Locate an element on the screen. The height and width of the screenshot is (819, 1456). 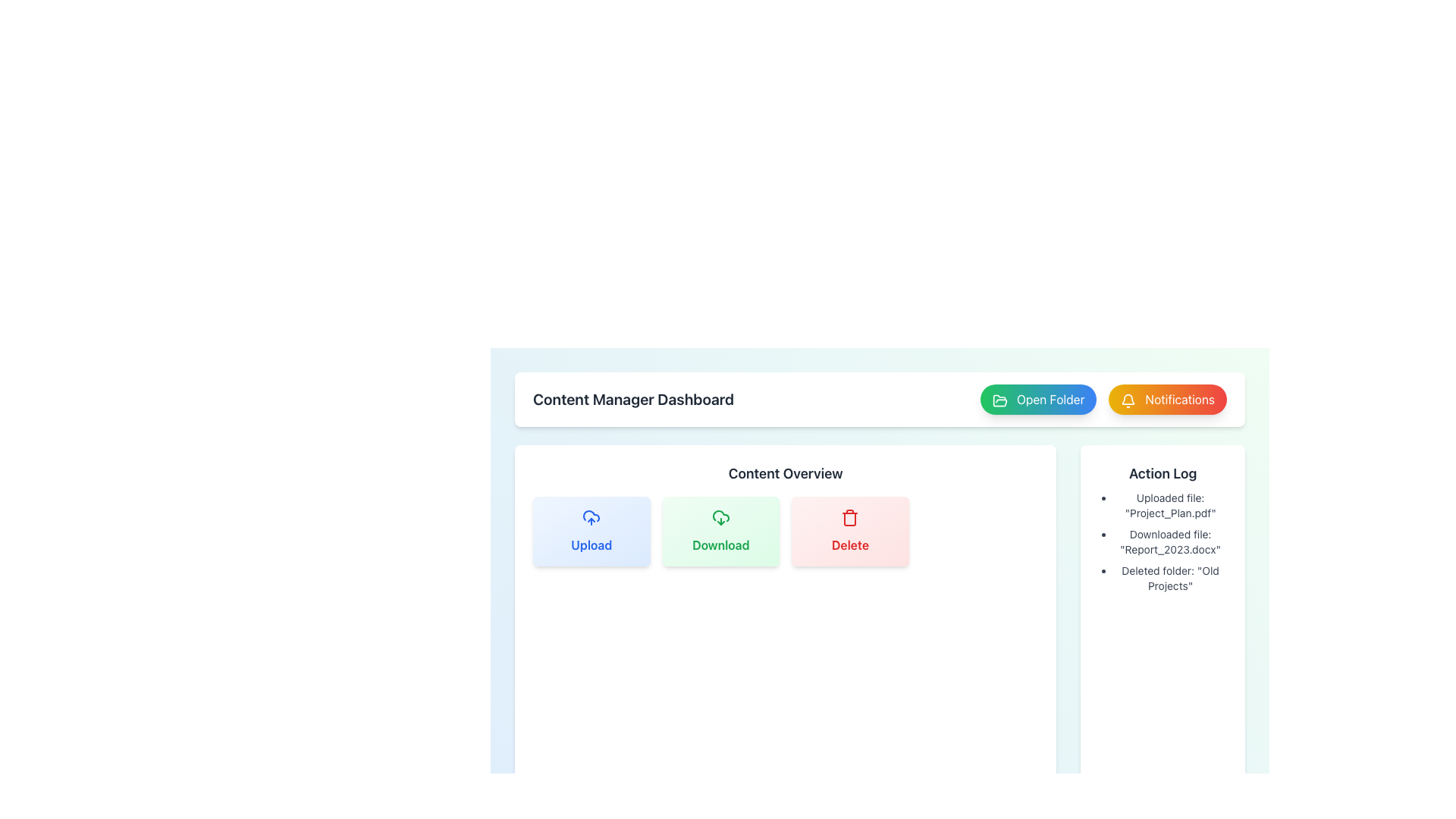
the folder icon on the 'Open Folder' button, which is the leftmost component of the button located near the top-right corner of the interface is located at coordinates (999, 400).